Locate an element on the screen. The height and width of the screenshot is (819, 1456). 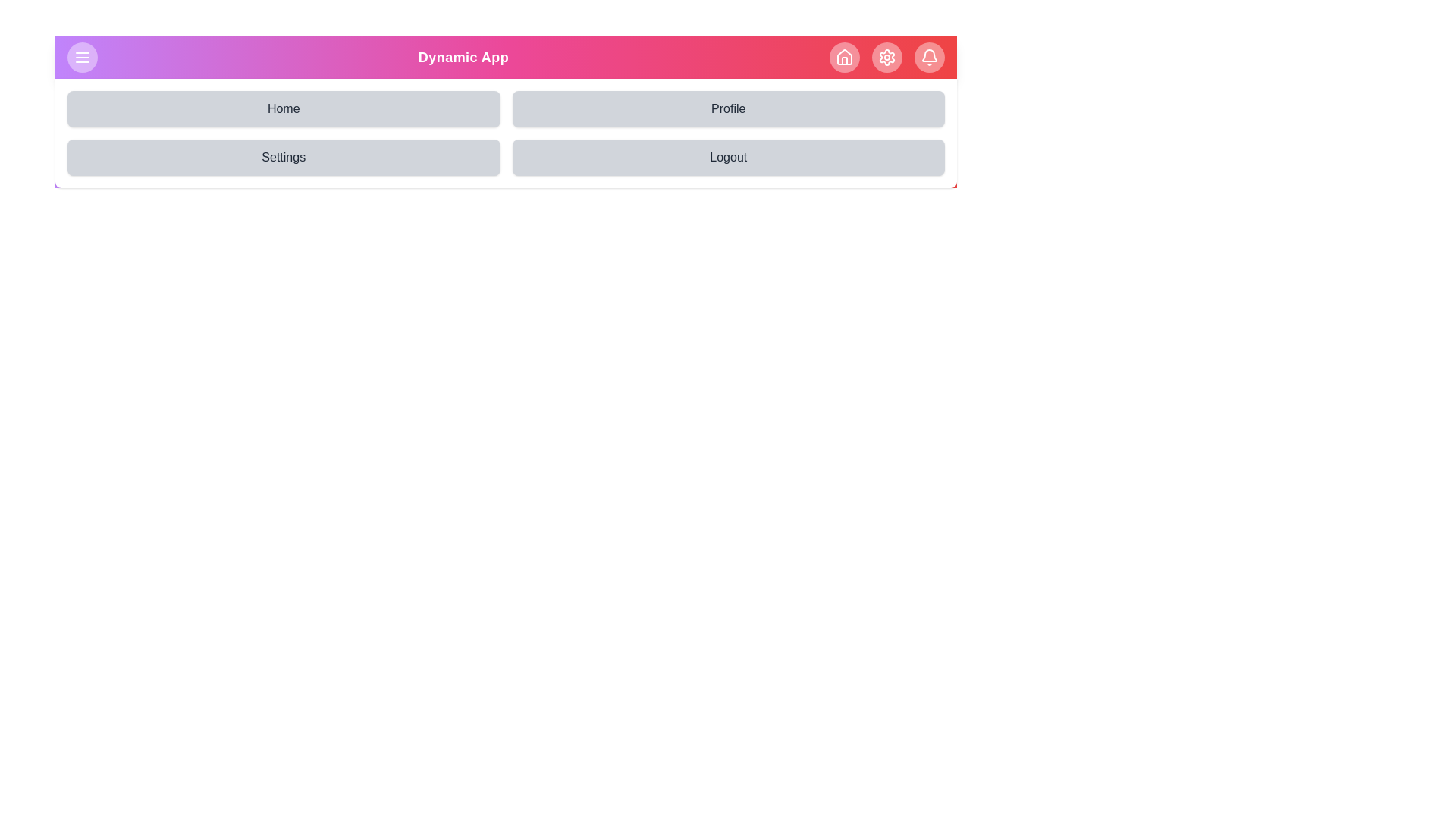
the Settings button in the top bar is located at coordinates (887, 57).